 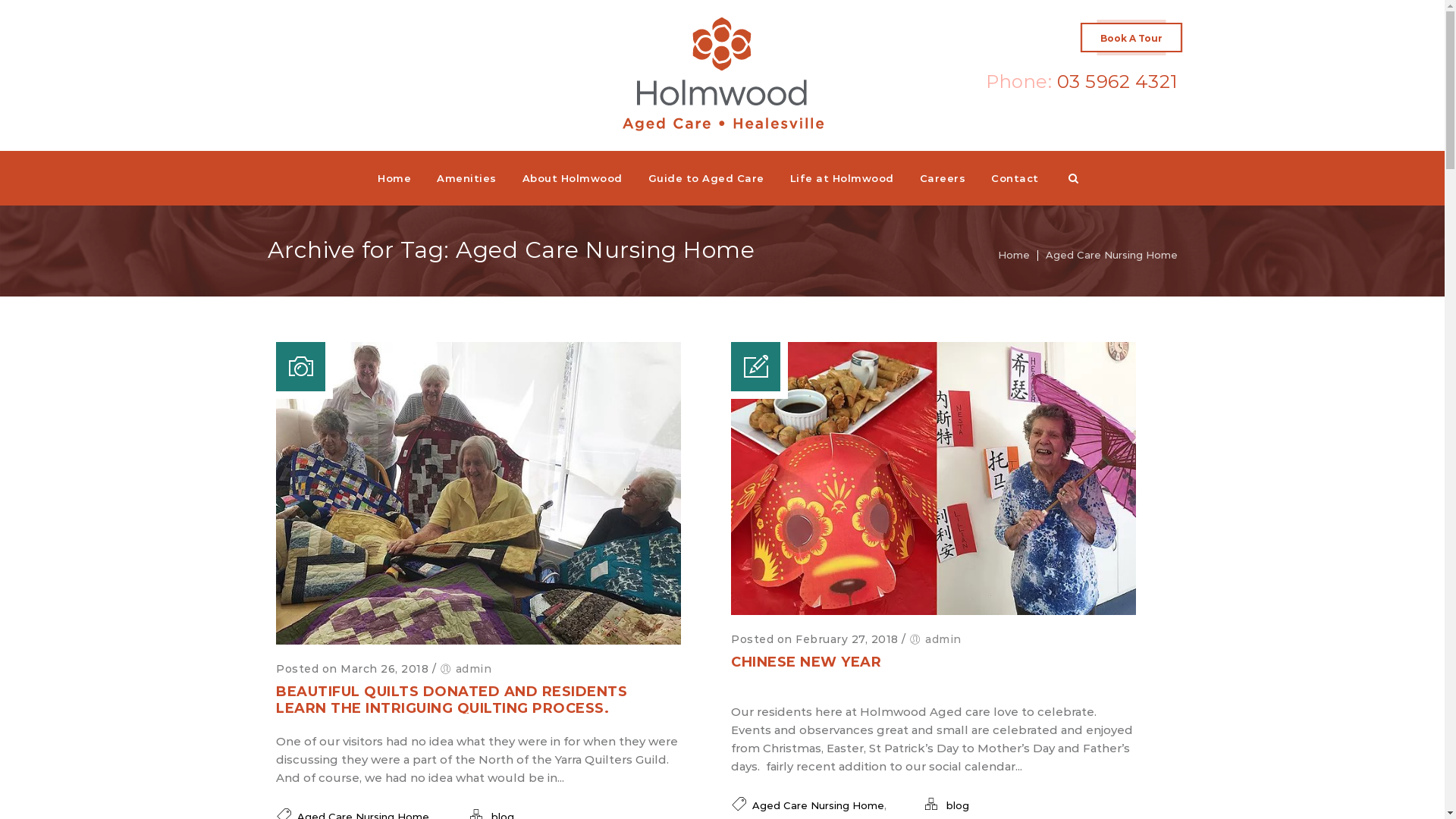 What do you see at coordinates (705, 177) in the screenshot?
I see `'Guide to Aged Care'` at bounding box center [705, 177].